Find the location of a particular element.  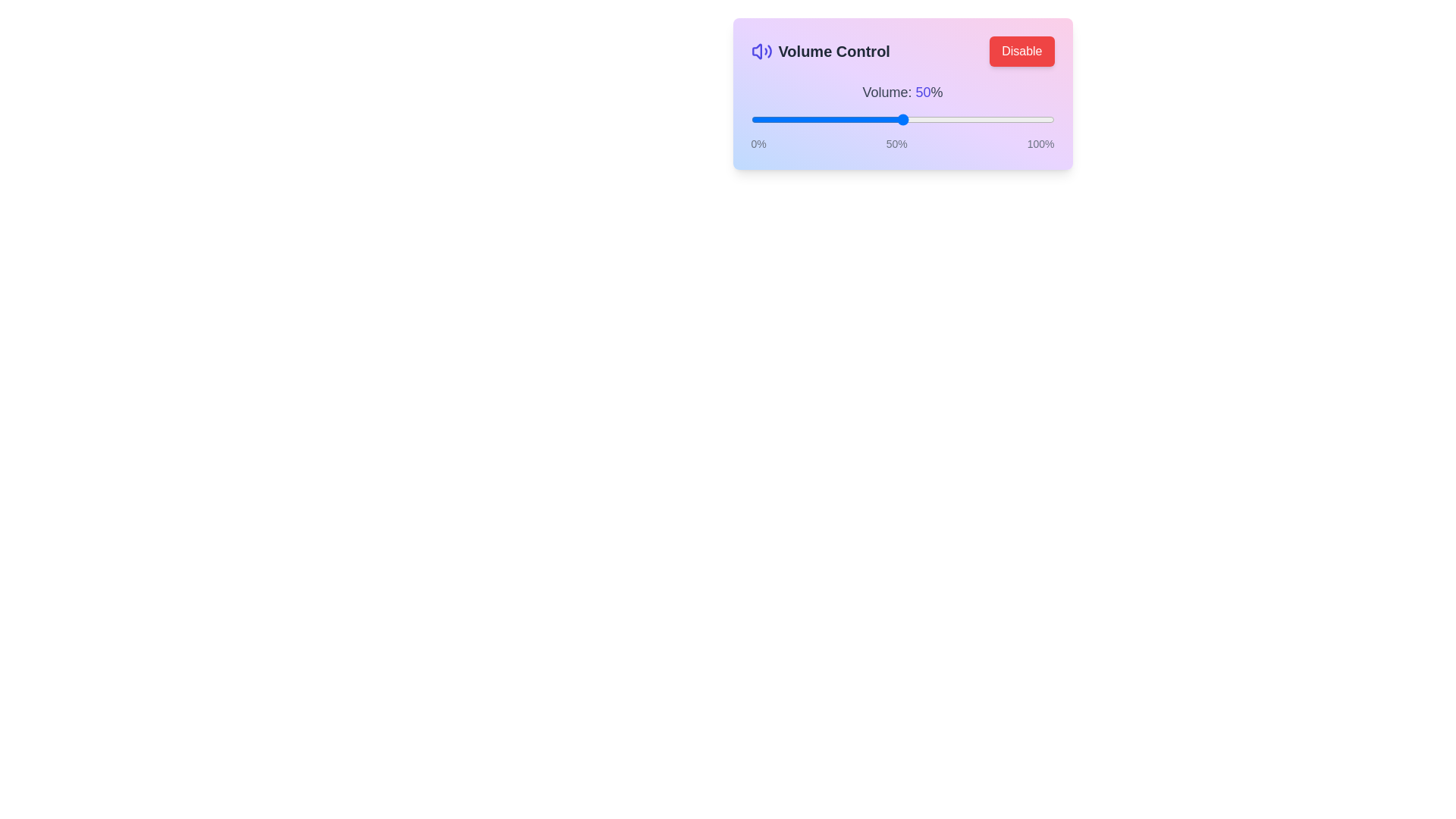

the 'Volume Control' label that features a volume icon and bold dark font, located at the top-left corner next to the 'Disable' button is located at coordinates (820, 51).